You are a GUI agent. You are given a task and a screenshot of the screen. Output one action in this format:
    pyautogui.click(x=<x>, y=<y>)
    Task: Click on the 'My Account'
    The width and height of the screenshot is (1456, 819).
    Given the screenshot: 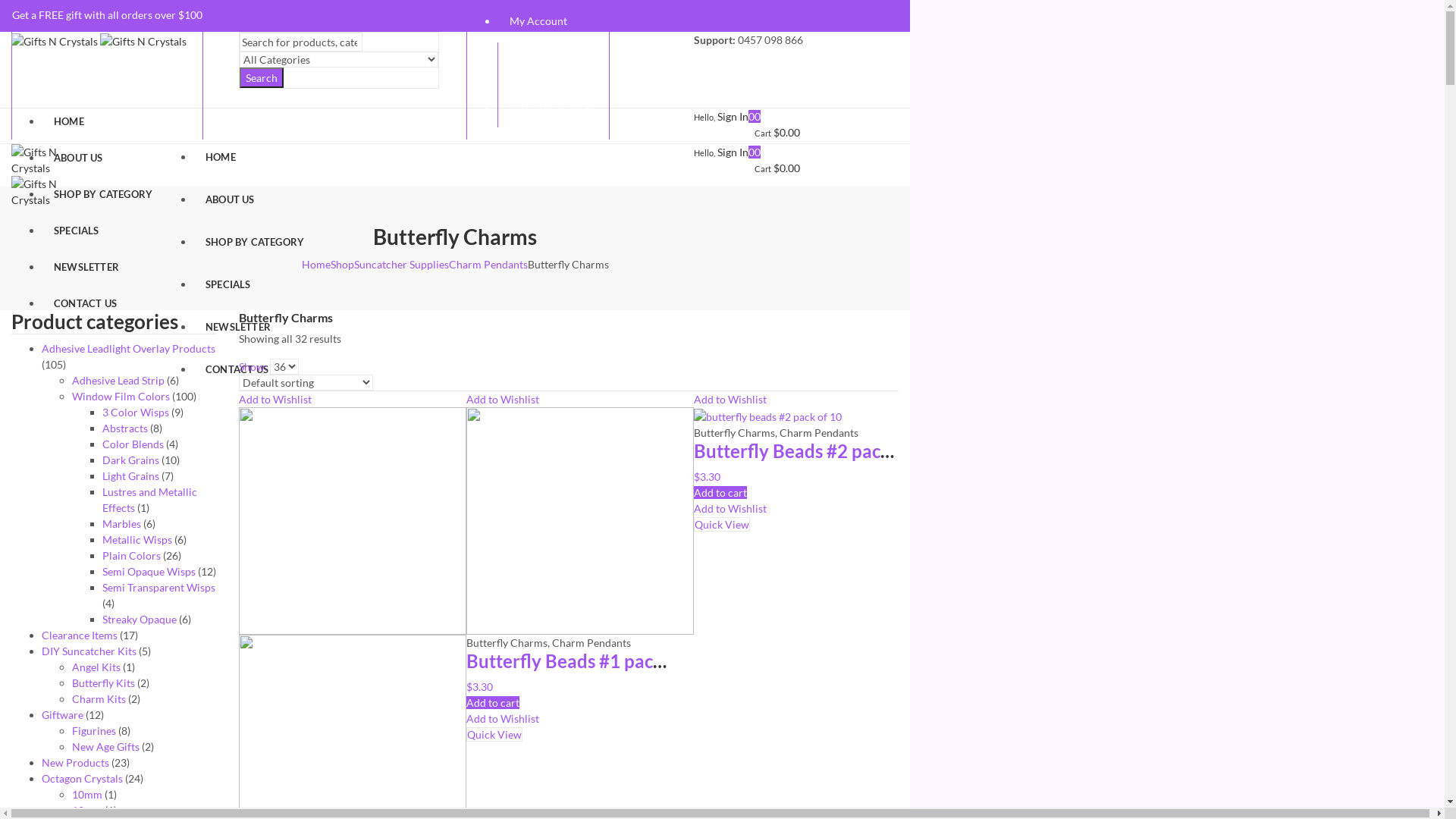 What is the action you would take?
    pyautogui.click(x=552, y=20)
    